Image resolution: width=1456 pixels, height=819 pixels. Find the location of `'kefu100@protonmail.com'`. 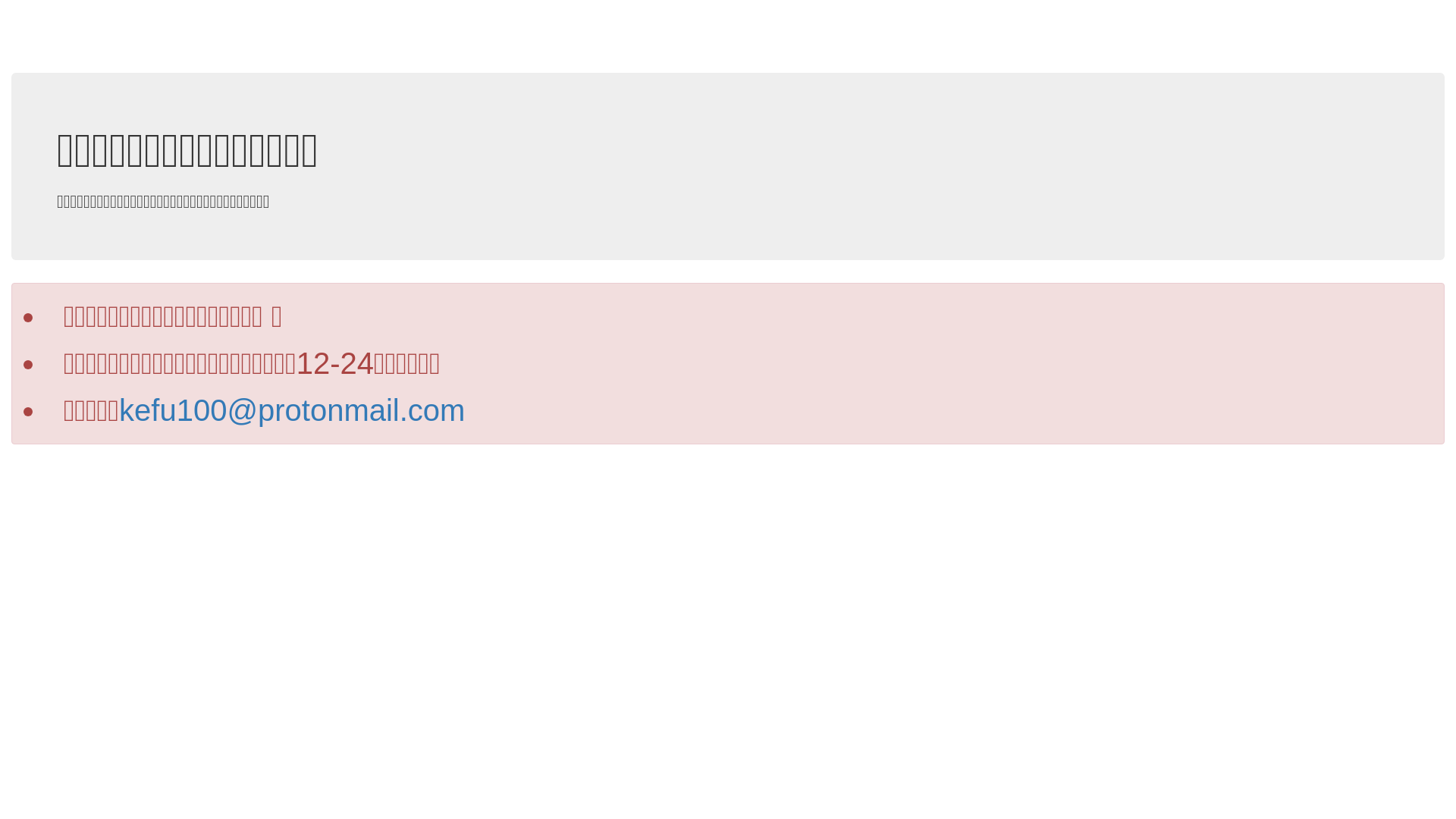

'kefu100@protonmail.com' is located at coordinates (291, 409).